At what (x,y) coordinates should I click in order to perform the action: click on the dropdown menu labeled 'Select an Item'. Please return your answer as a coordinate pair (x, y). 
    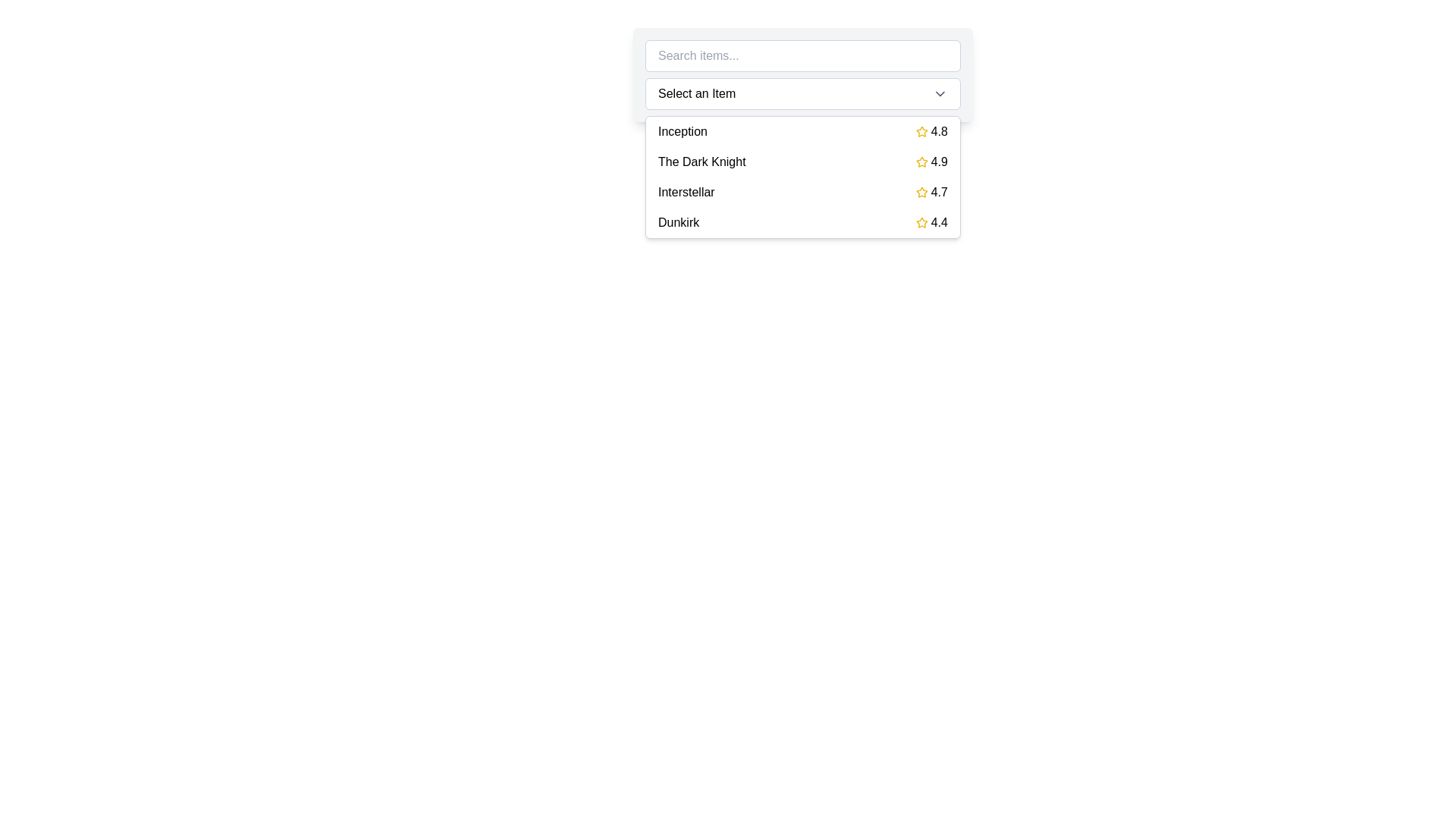
    Looking at the image, I should click on (802, 93).